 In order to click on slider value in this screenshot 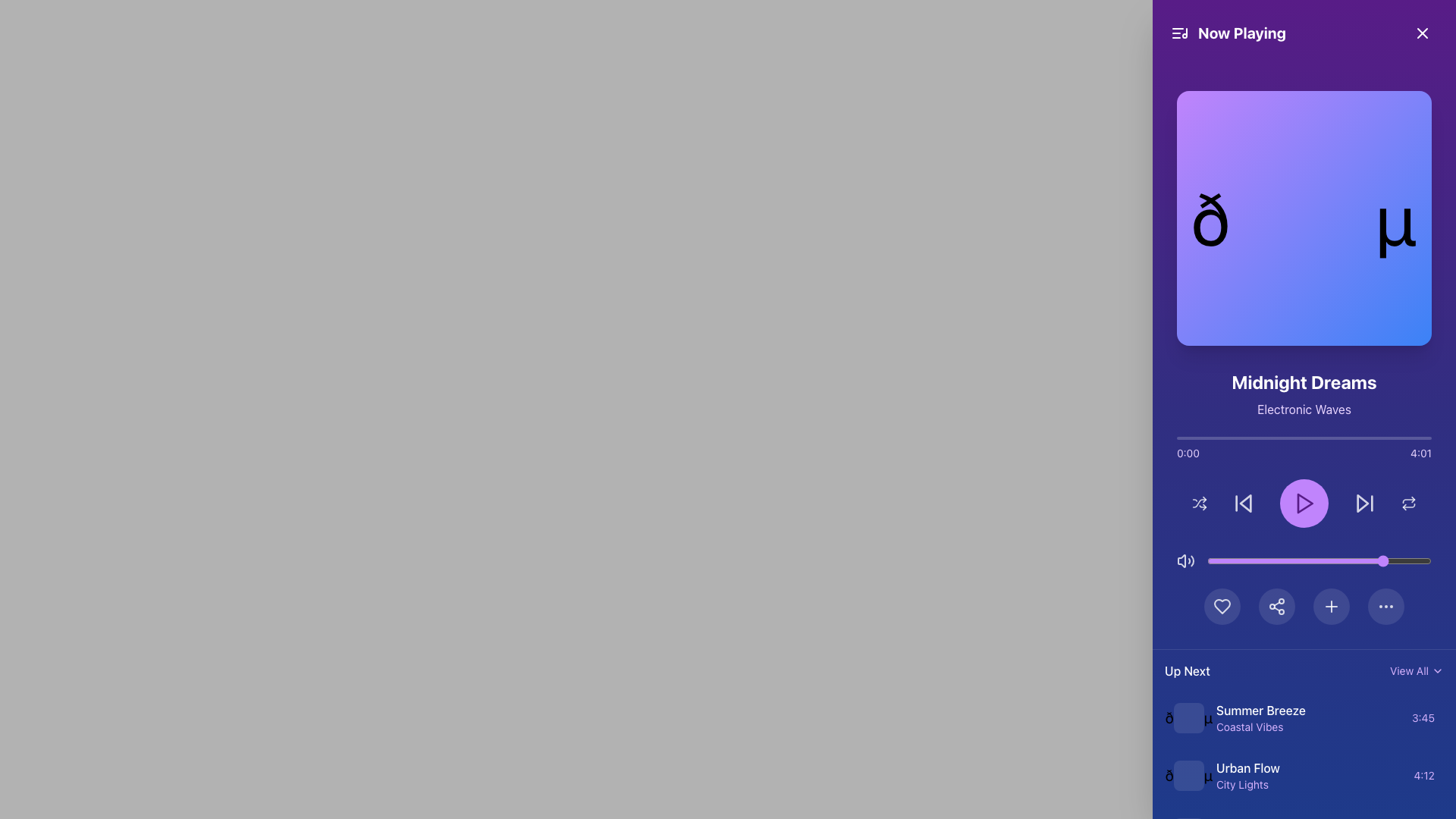, I will do `click(1285, 561)`.